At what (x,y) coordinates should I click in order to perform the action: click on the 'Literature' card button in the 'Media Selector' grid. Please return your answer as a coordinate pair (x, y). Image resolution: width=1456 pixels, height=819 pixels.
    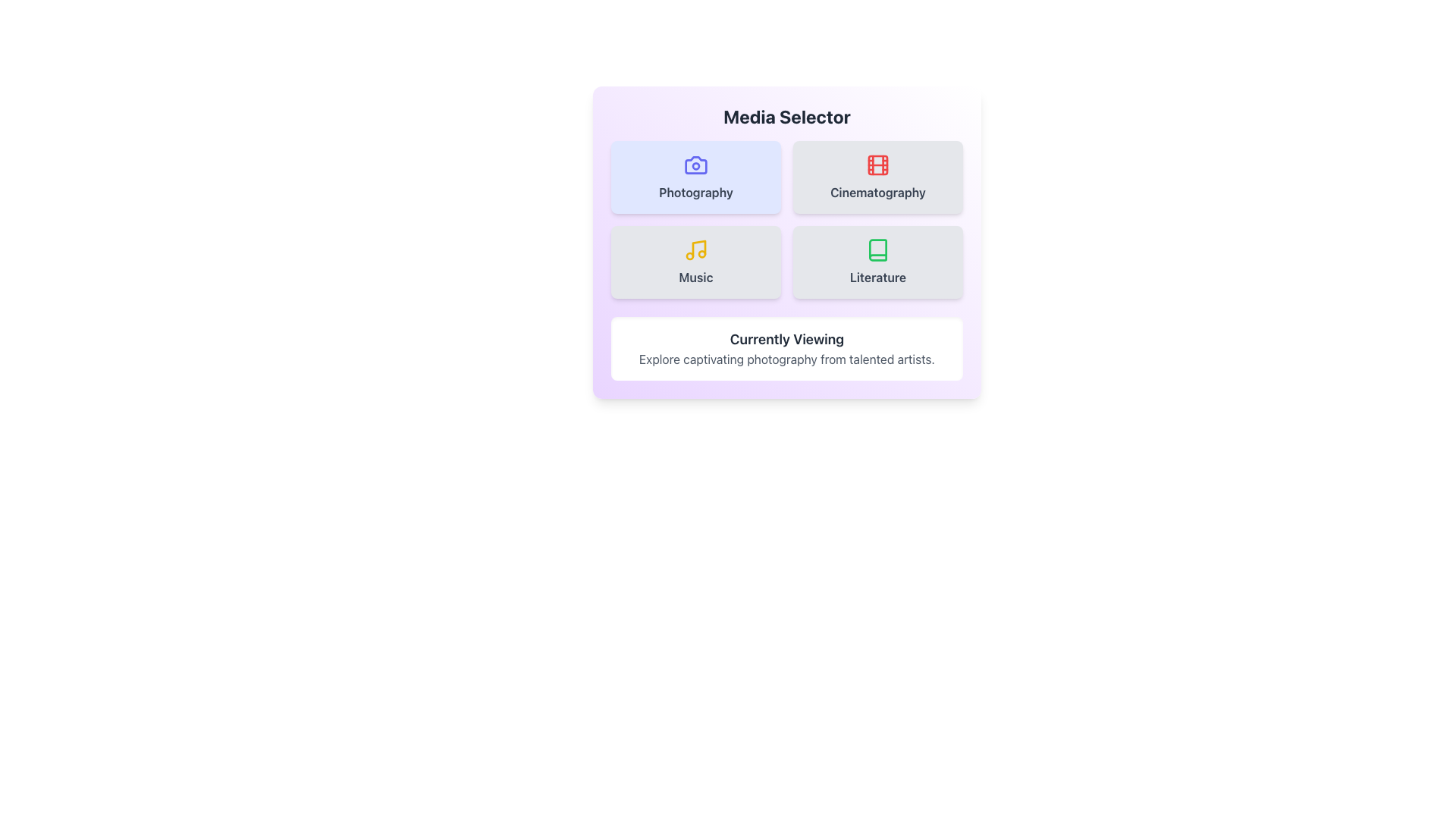
    Looking at the image, I should click on (877, 262).